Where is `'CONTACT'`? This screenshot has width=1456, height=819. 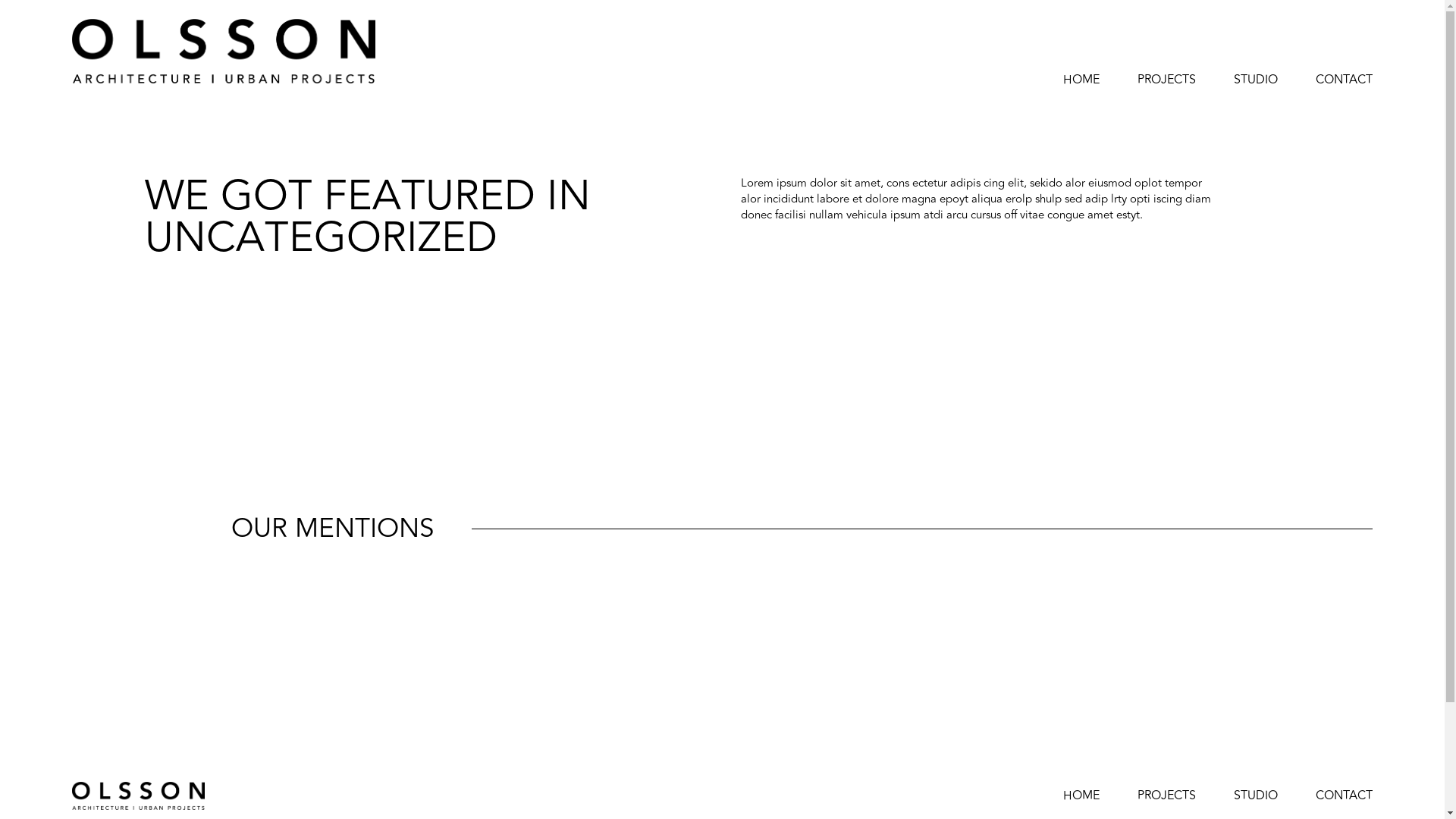
'CONTACT' is located at coordinates (1344, 79).